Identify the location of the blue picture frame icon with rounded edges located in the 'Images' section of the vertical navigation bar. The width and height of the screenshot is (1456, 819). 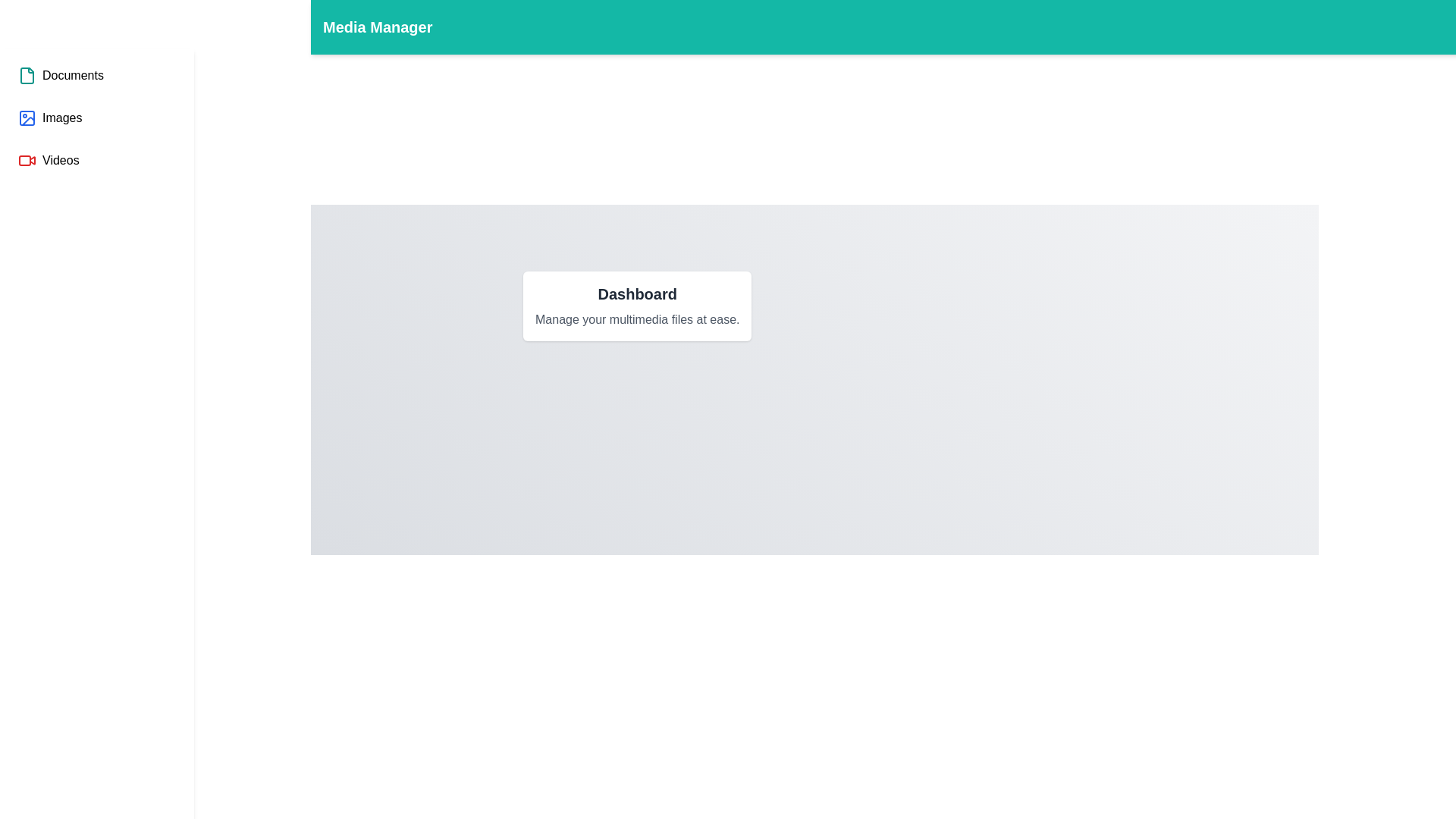
(27, 117).